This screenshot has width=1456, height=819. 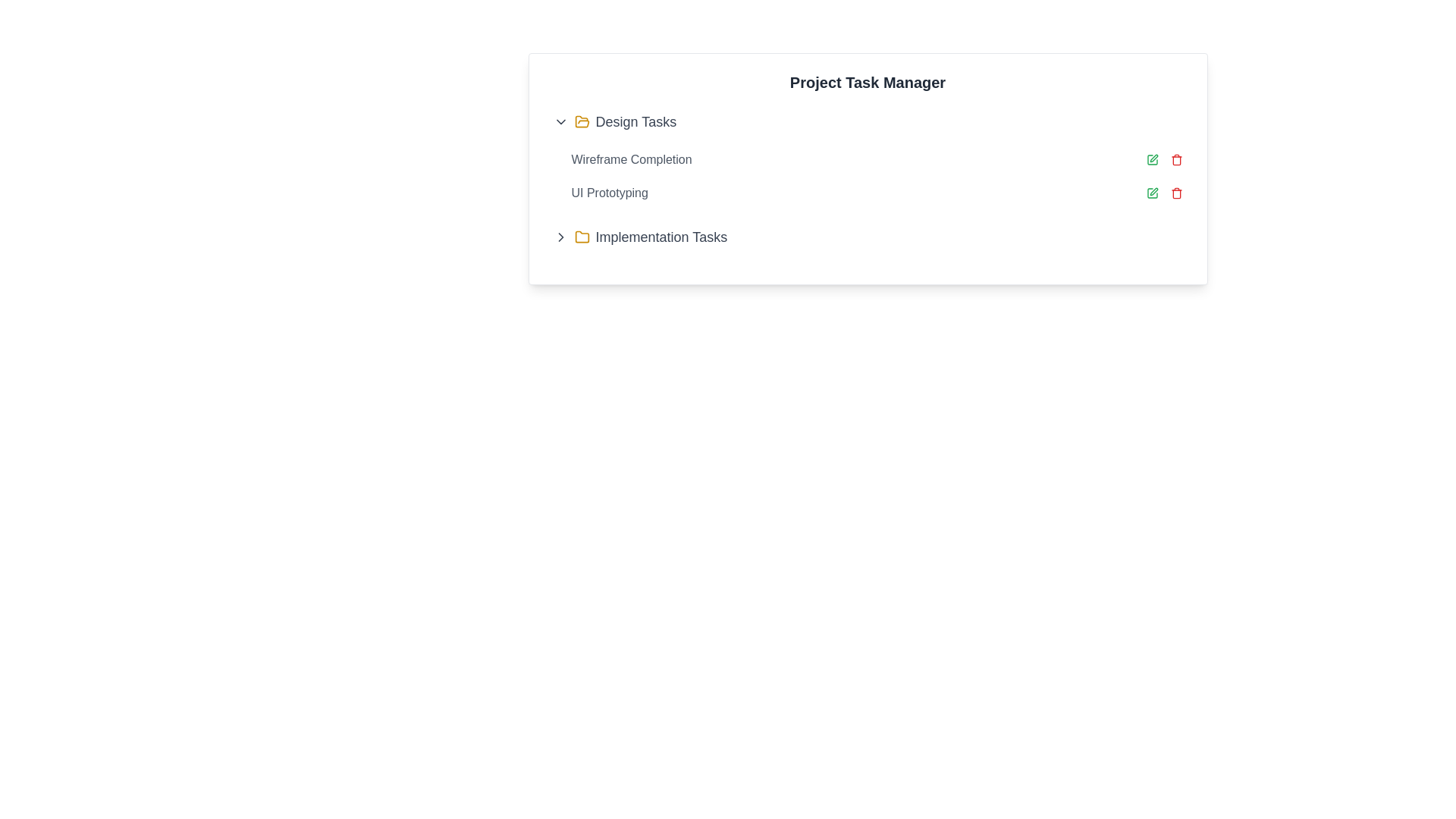 I want to click on the downward-pointing chevron icon located to the left of the 'Design Tasks' text in the navigation or menu header, so click(x=560, y=121).